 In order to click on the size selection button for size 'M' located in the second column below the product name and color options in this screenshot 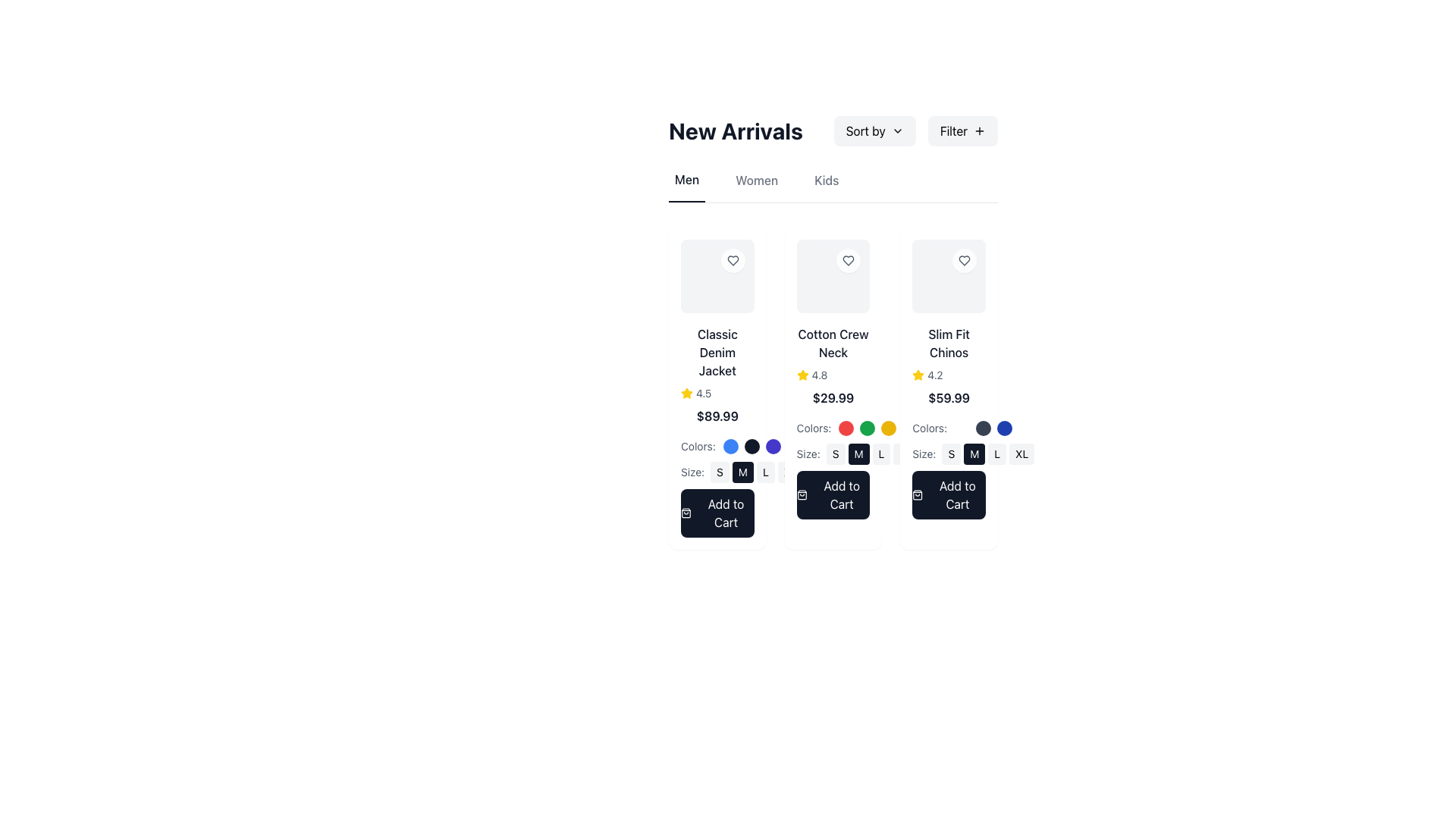, I will do `click(757, 471)`.